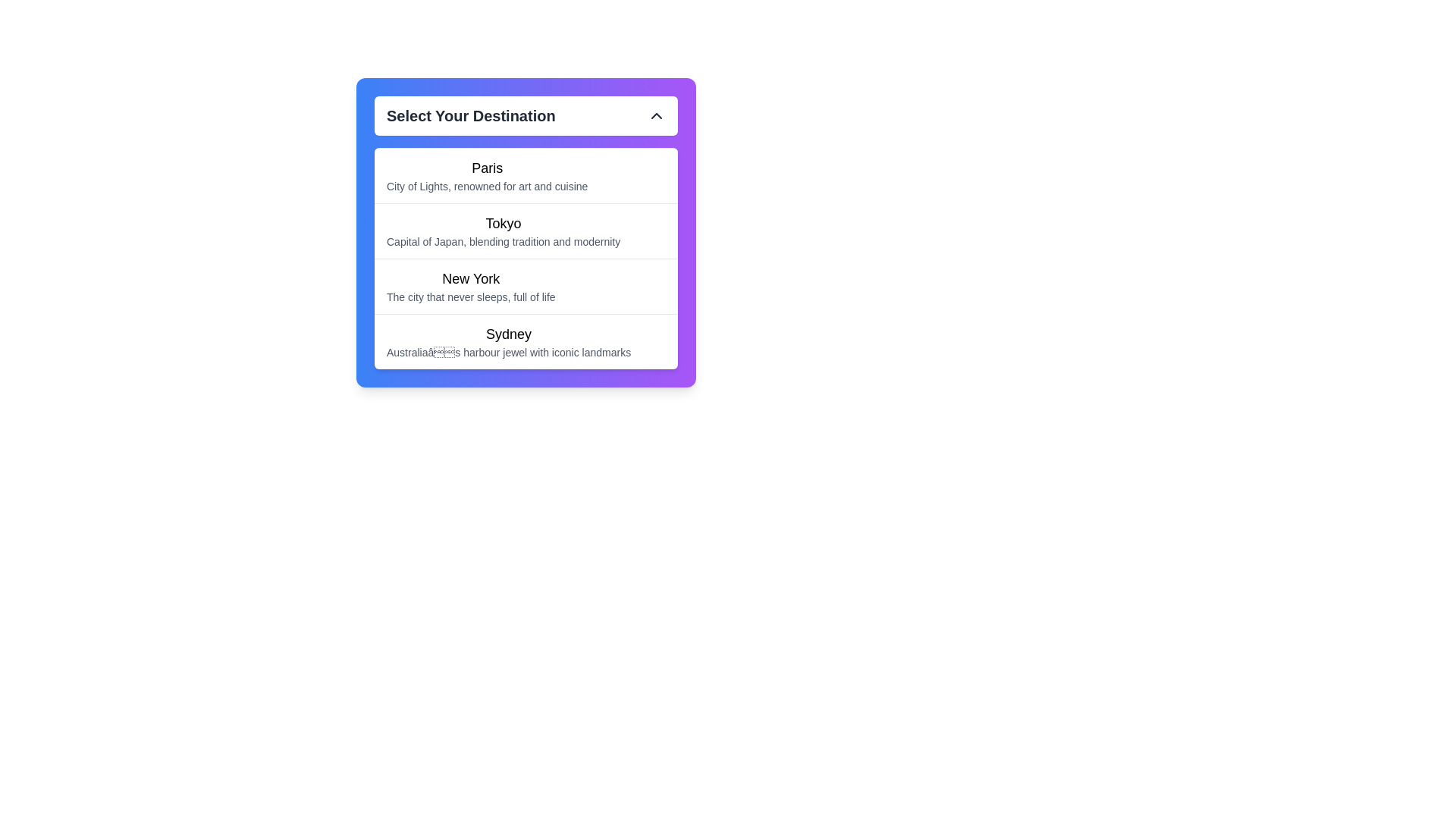  What do you see at coordinates (504, 231) in the screenshot?
I see `the informational text block summarizing key details about 'Tokyo', located between 'Paris' and 'New York' in a vertical list structure` at bounding box center [504, 231].